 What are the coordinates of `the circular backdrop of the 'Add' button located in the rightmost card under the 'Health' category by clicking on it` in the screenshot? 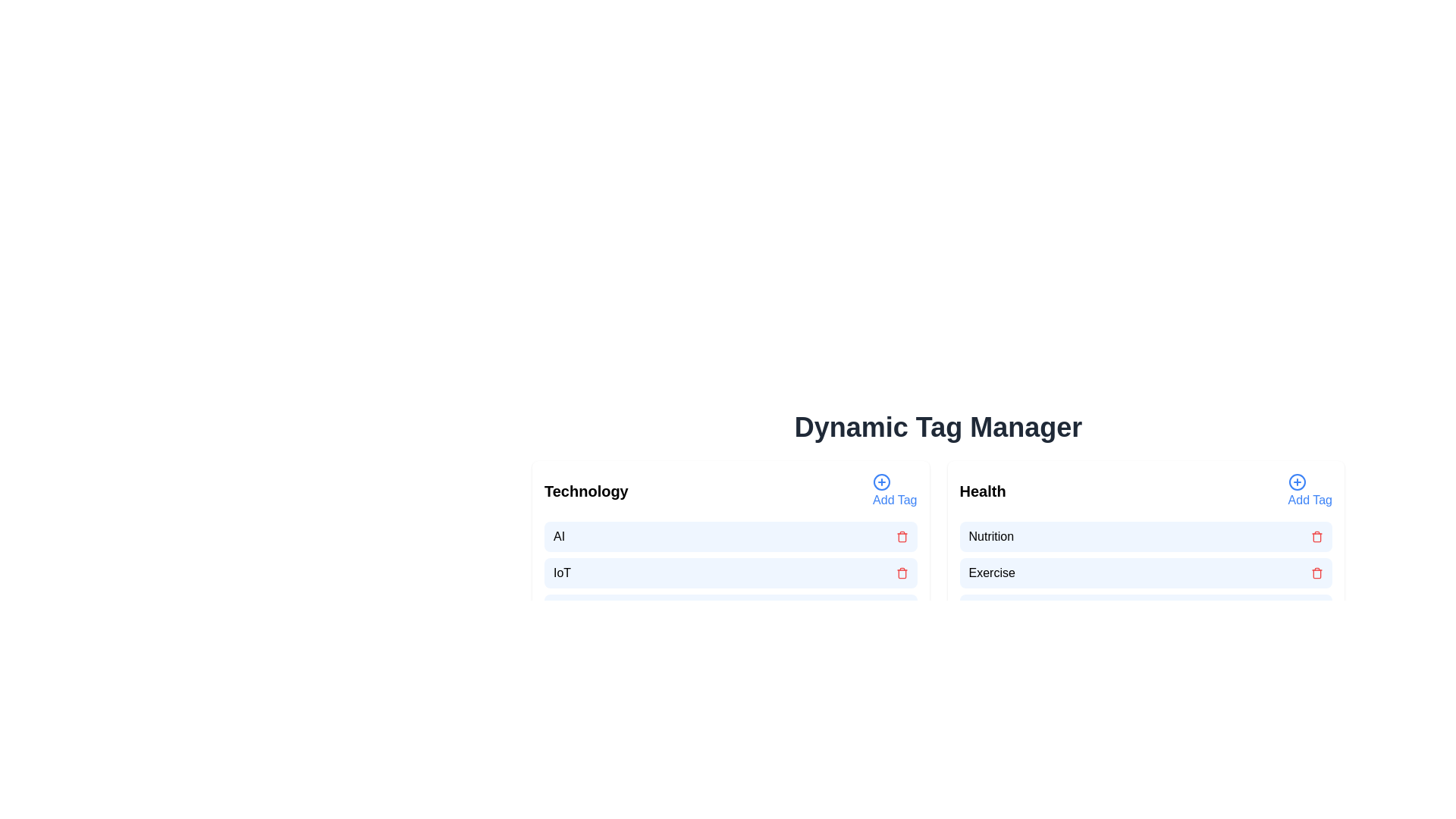 It's located at (1296, 482).